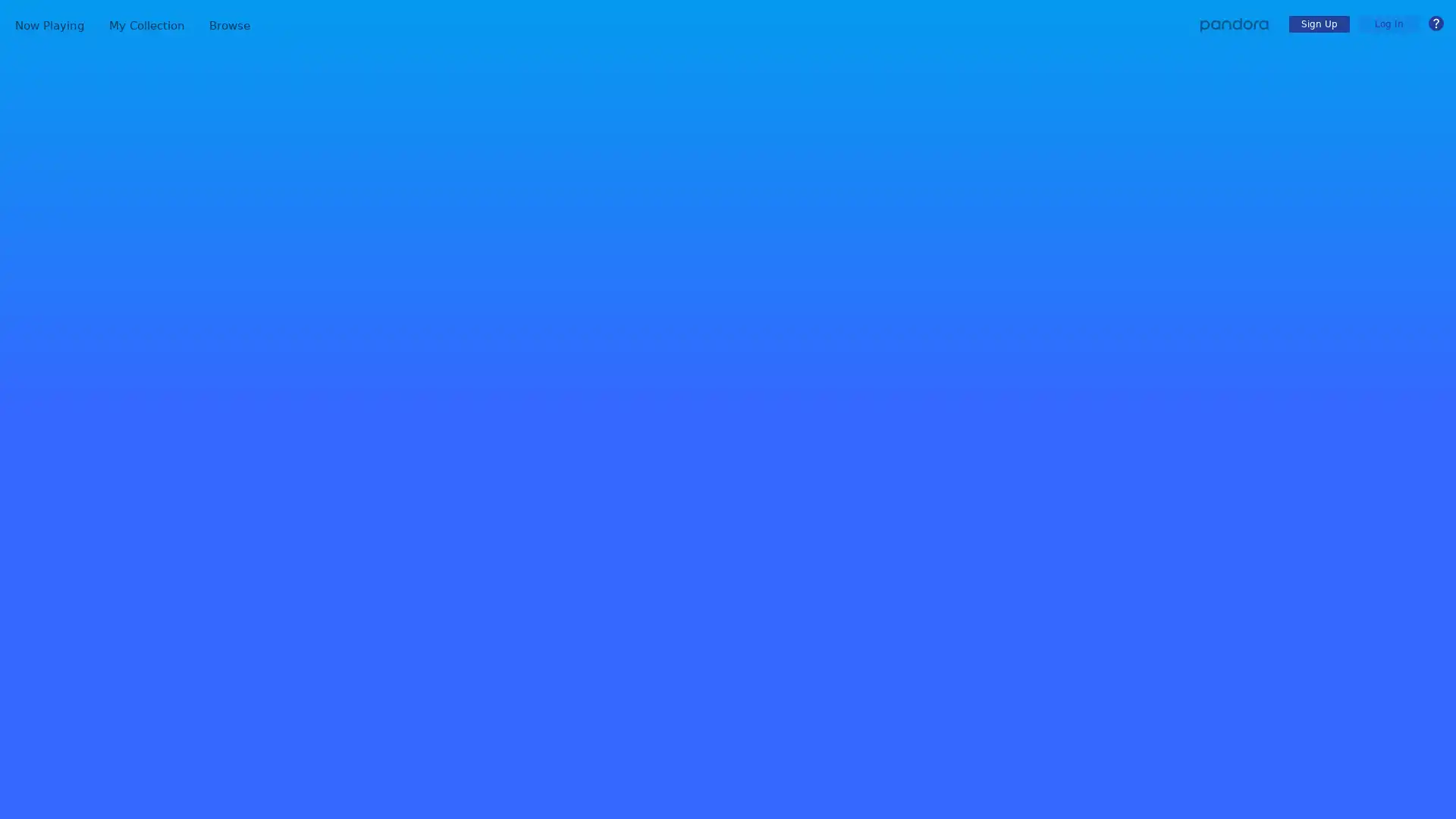 The width and height of the screenshot is (1456, 819). What do you see at coordinates (1256, 315) in the screenshot?
I see `53:29` at bounding box center [1256, 315].